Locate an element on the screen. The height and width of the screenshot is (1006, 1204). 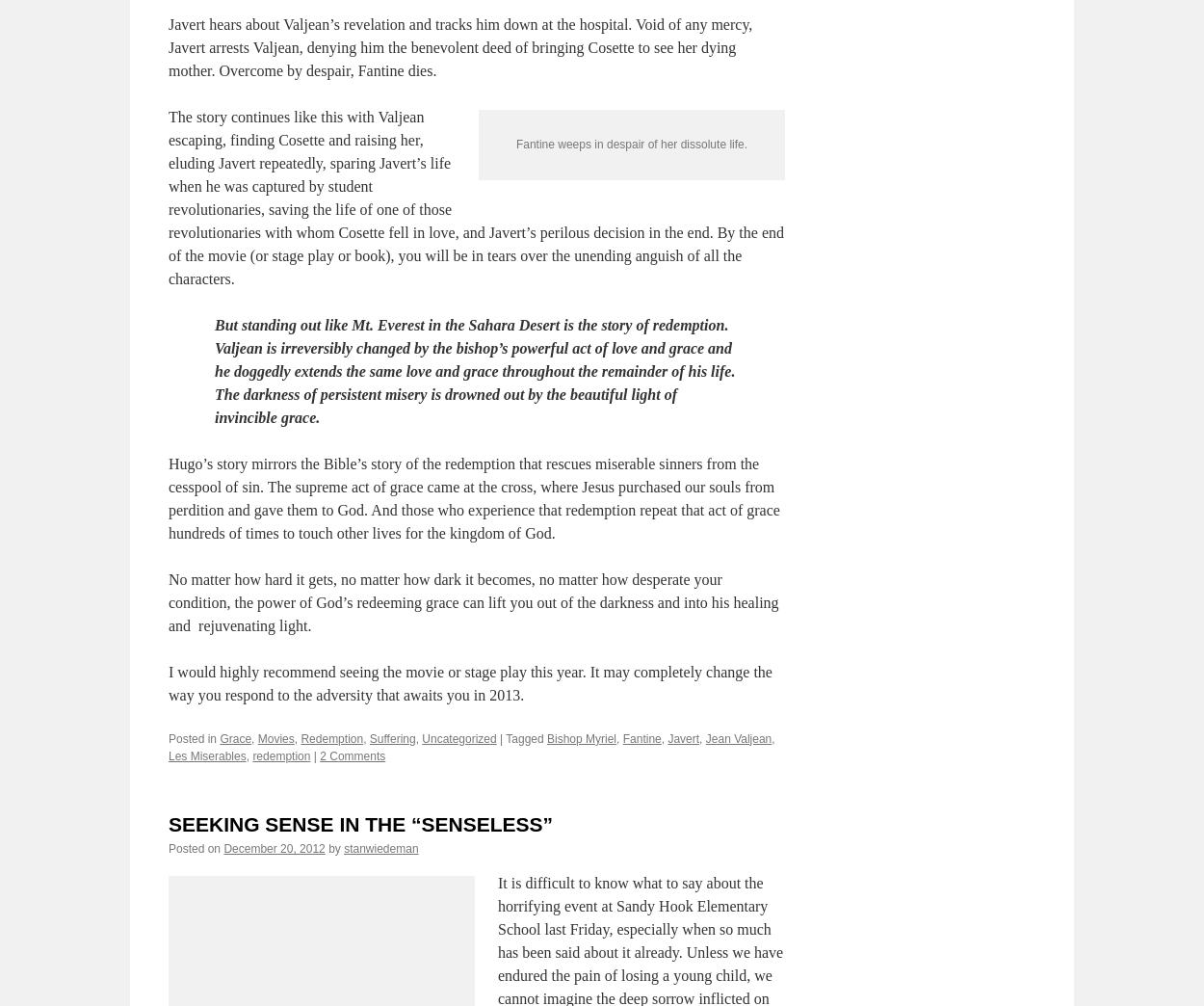
'Posted on' is located at coordinates (169, 940).